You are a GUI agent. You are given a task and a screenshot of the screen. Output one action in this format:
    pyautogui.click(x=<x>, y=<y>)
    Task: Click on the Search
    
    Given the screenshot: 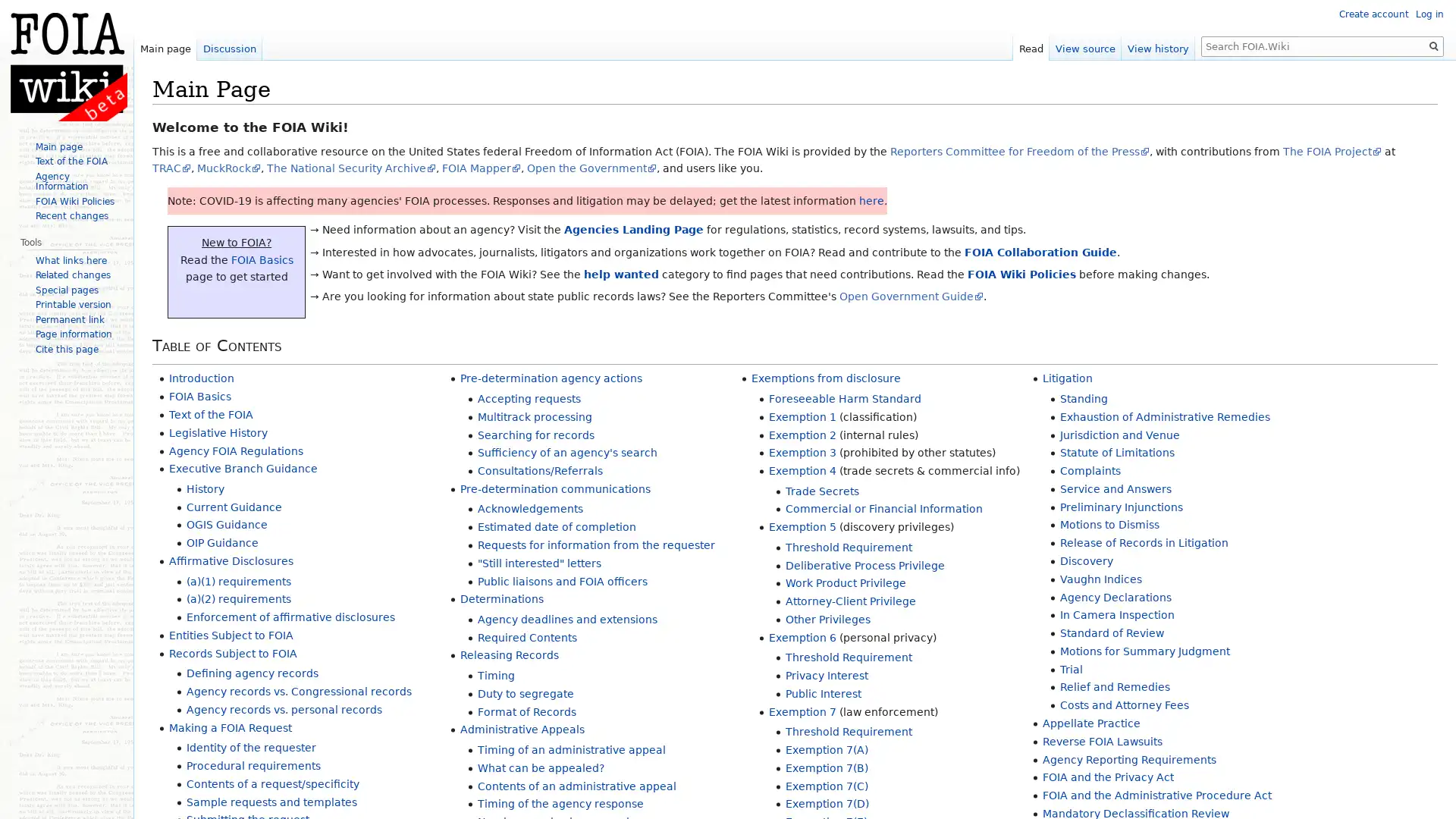 What is the action you would take?
    pyautogui.click(x=1433, y=45)
    